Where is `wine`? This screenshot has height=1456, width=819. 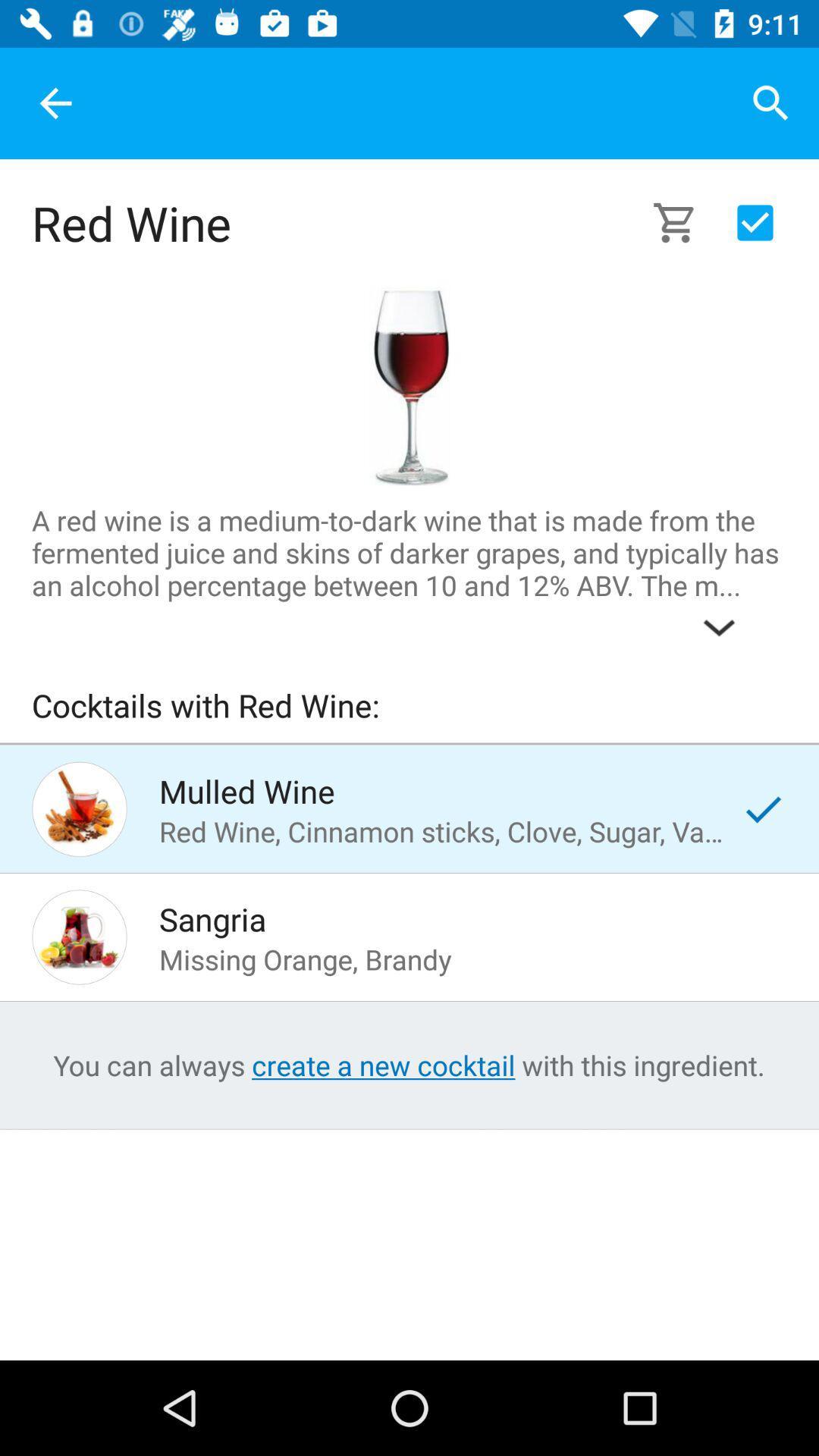
wine is located at coordinates (408, 386).